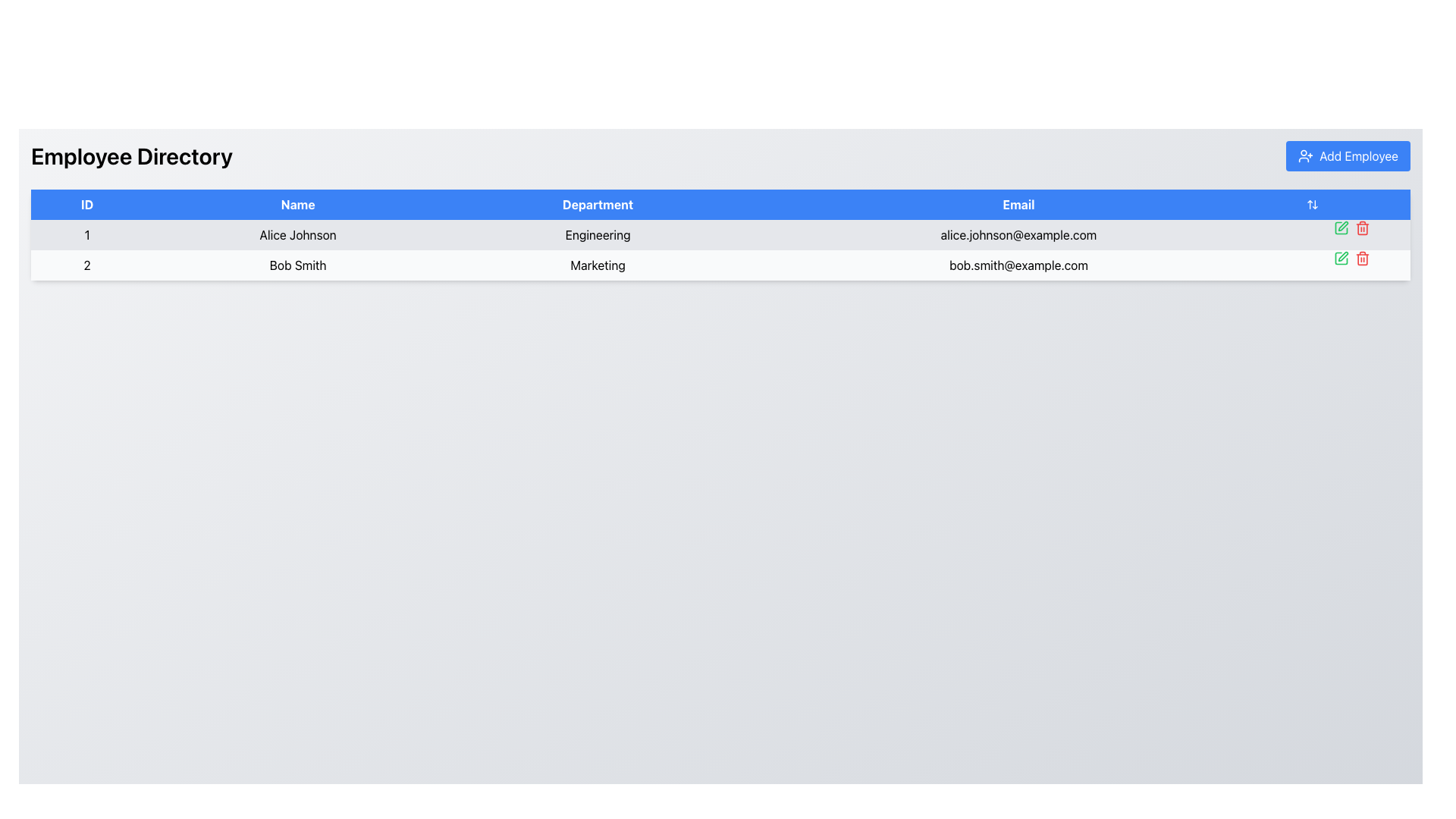 The width and height of the screenshot is (1456, 819). What do you see at coordinates (597, 205) in the screenshot?
I see `the Text header column header indicating the department of the listed employees, positioned between 'Name' and 'Email' in the table structure` at bounding box center [597, 205].